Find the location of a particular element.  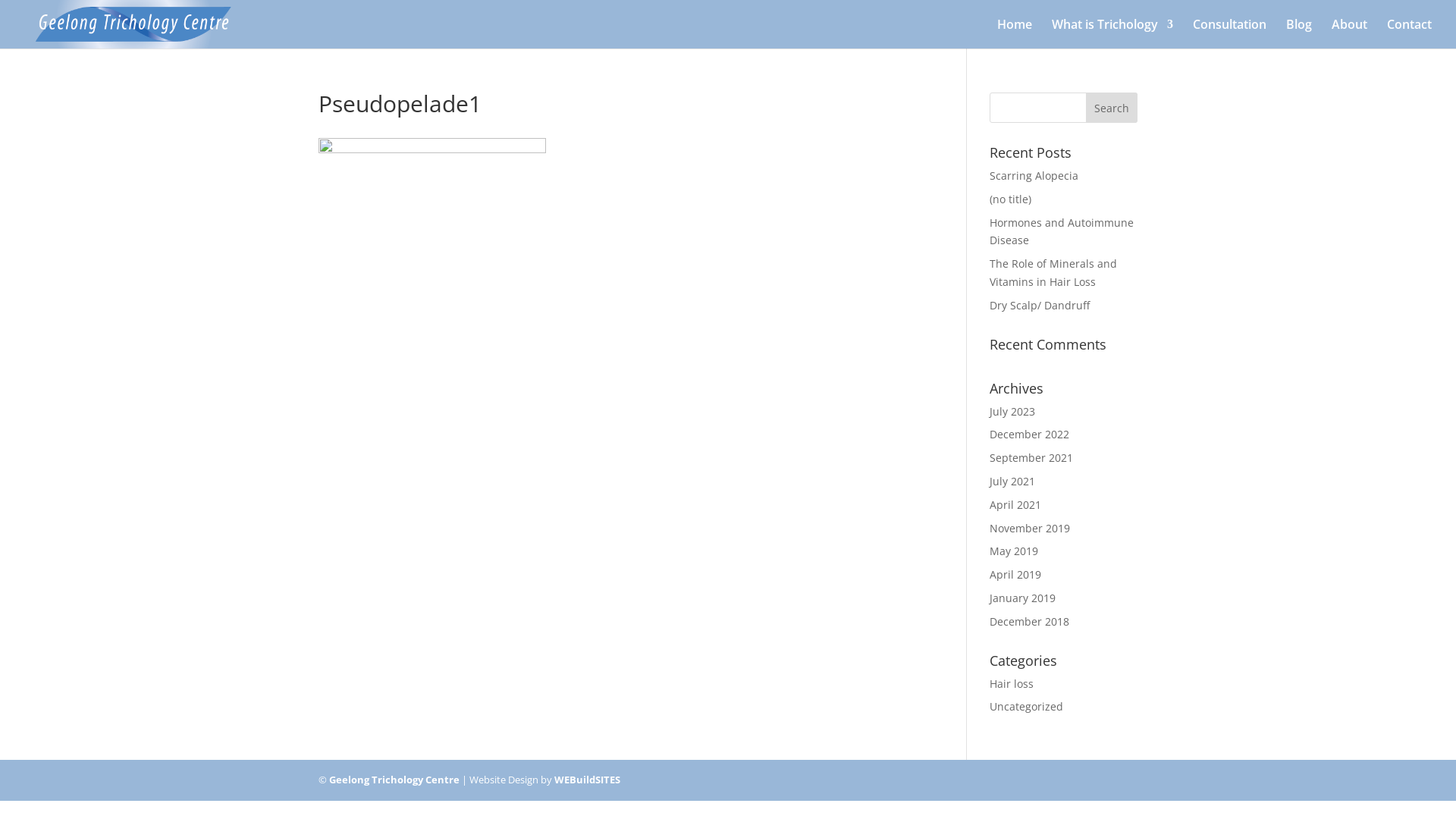

'April 2019' is located at coordinates (1015, 574).